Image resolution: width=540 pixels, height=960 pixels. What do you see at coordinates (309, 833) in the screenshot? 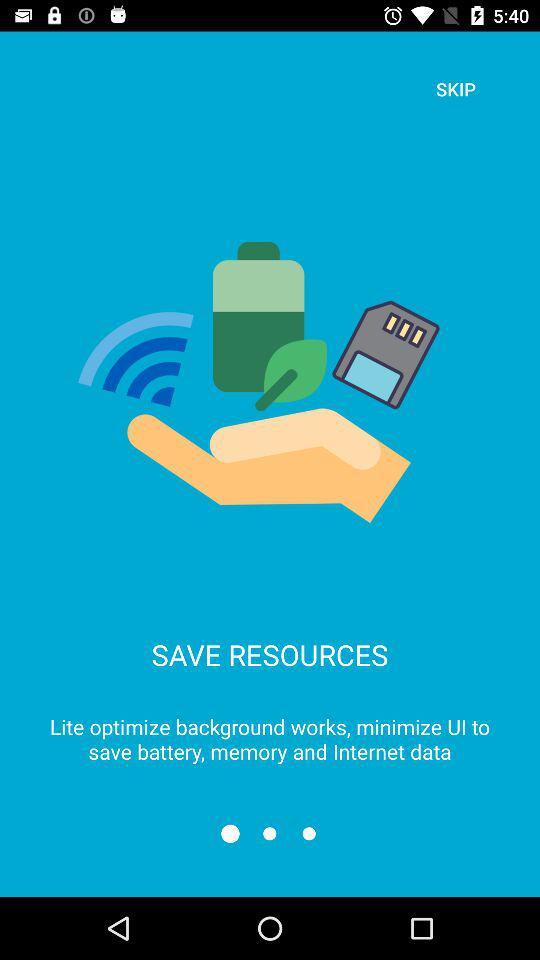
I see `3rd slide` at bounding box center [309, 833].